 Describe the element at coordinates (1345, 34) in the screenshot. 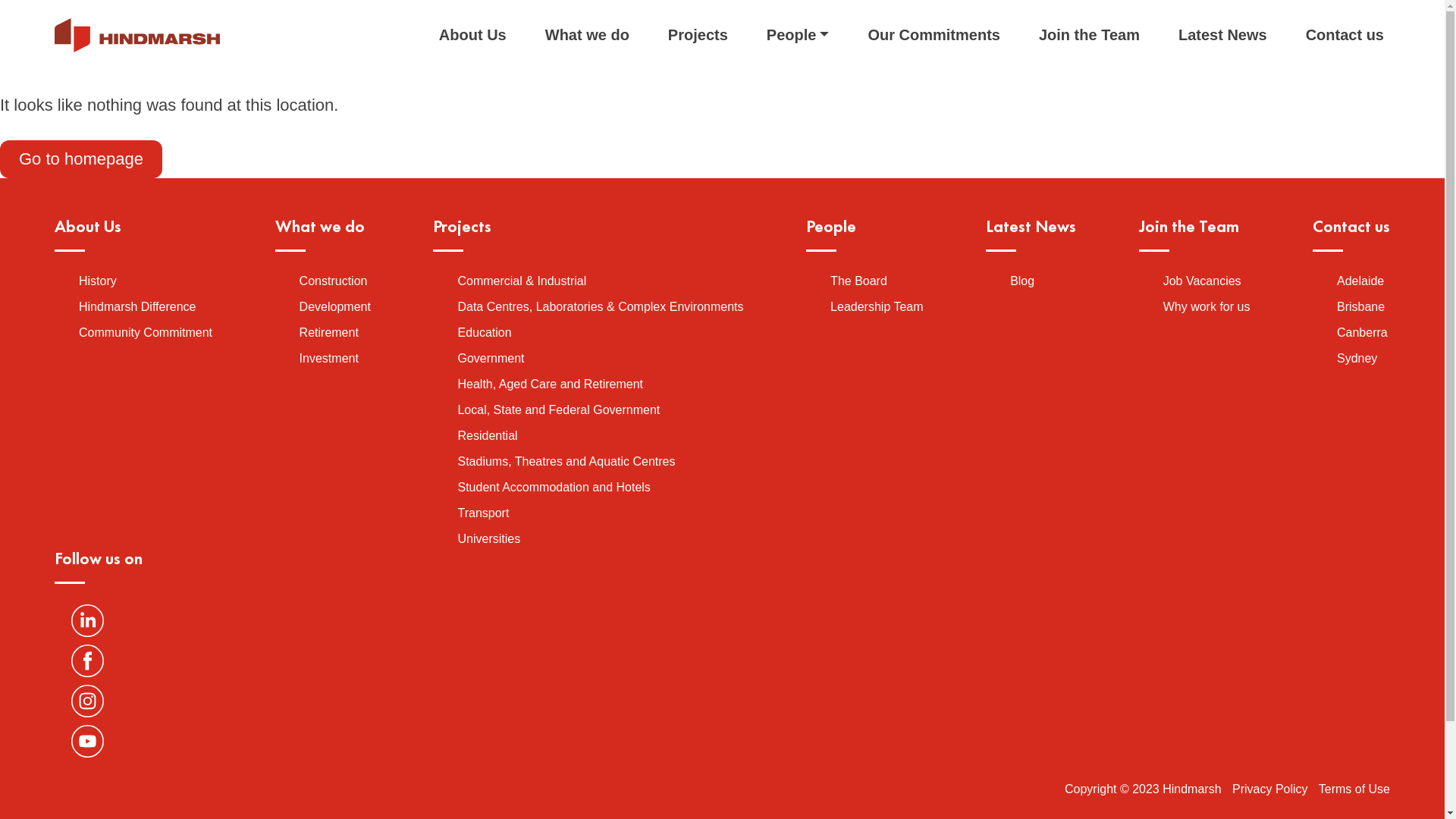

I see `'Contact us'` at that location.